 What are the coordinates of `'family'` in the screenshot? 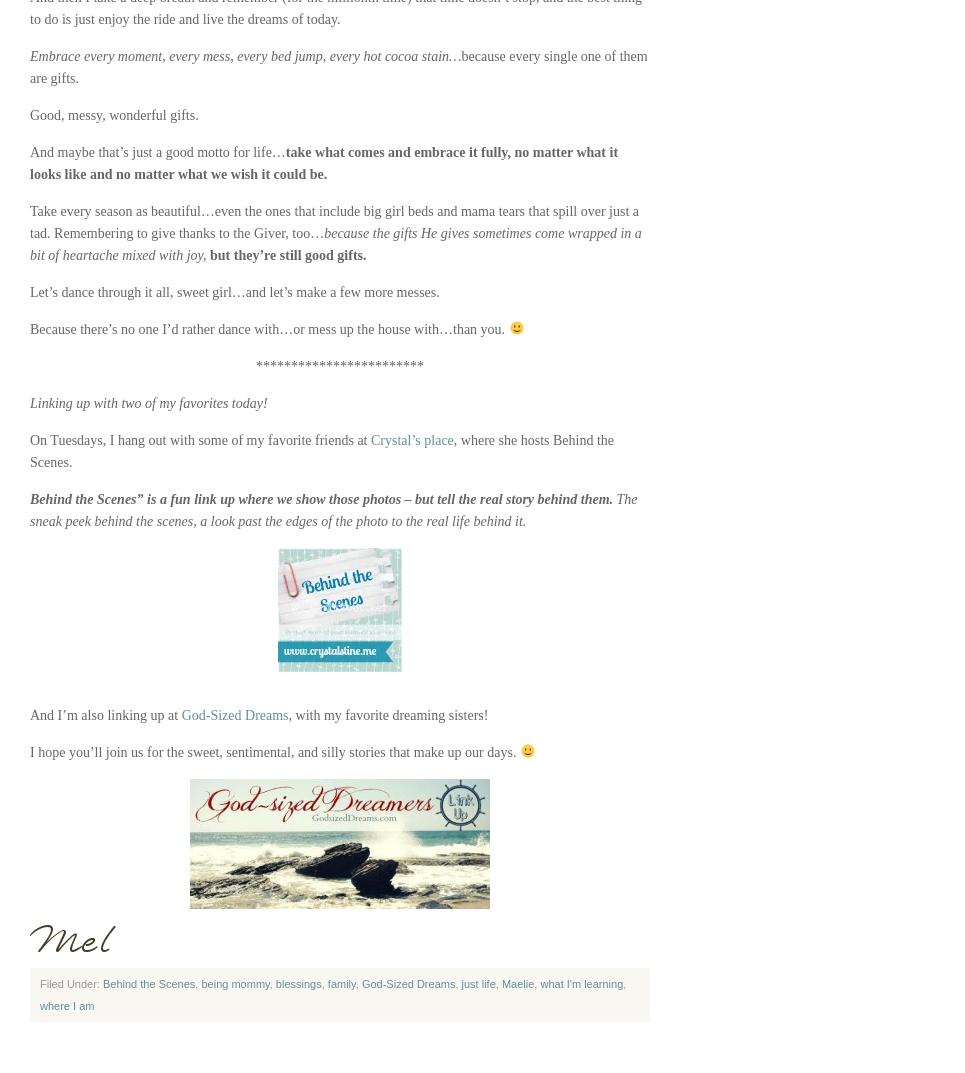 It's located at (341, 983).